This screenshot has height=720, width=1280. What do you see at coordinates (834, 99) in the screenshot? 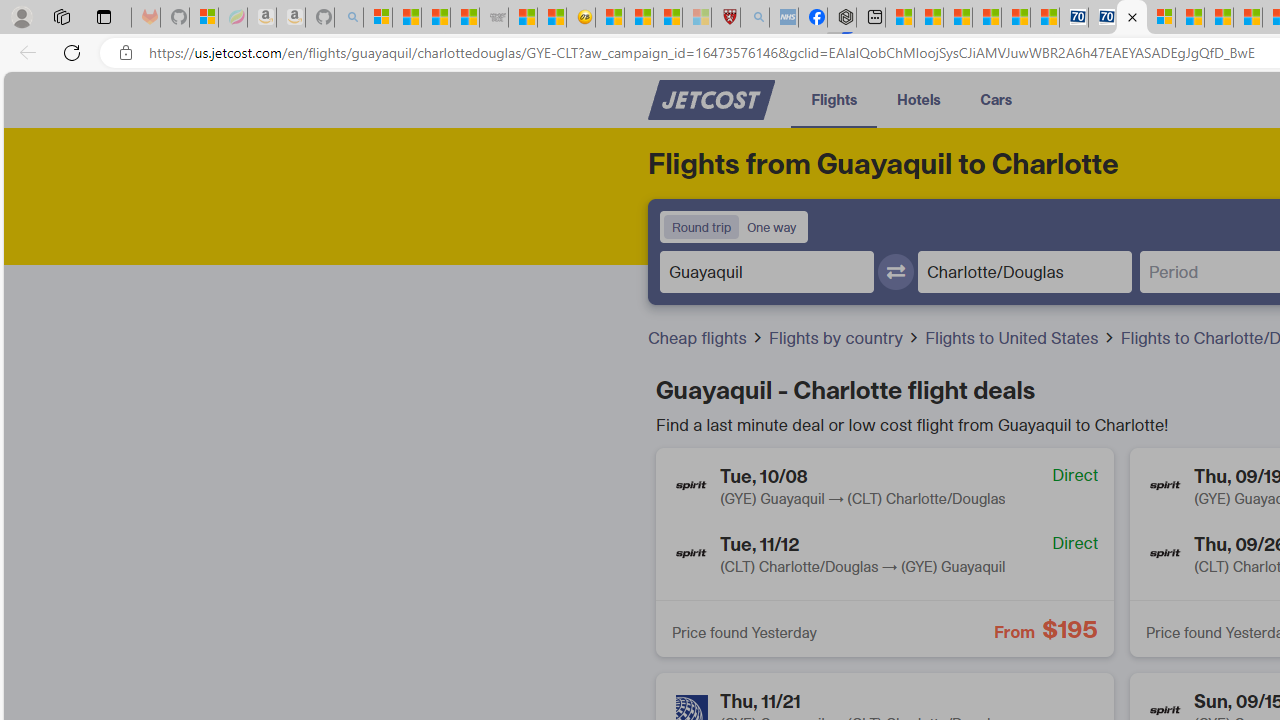
I see `'Flights'` at bounding box center [834, 99].